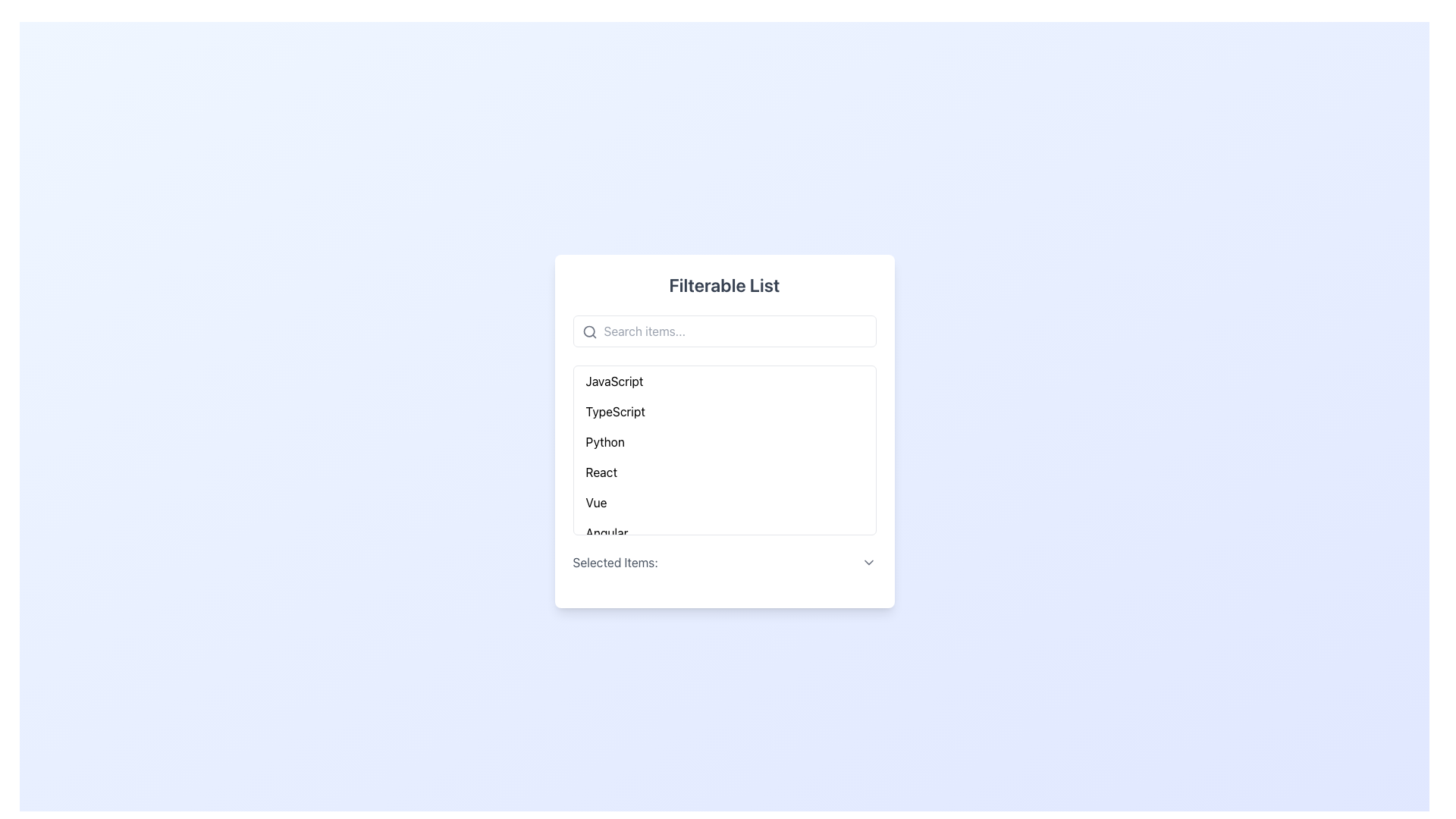 The height and width of the screenshot is (819, 1456). What do you see at coordinates (868, 562) in the screenshot?
I see `the Dropdown toggle icon located to the right of the 'Selected Items:' label` at bounding box center [868, 562].